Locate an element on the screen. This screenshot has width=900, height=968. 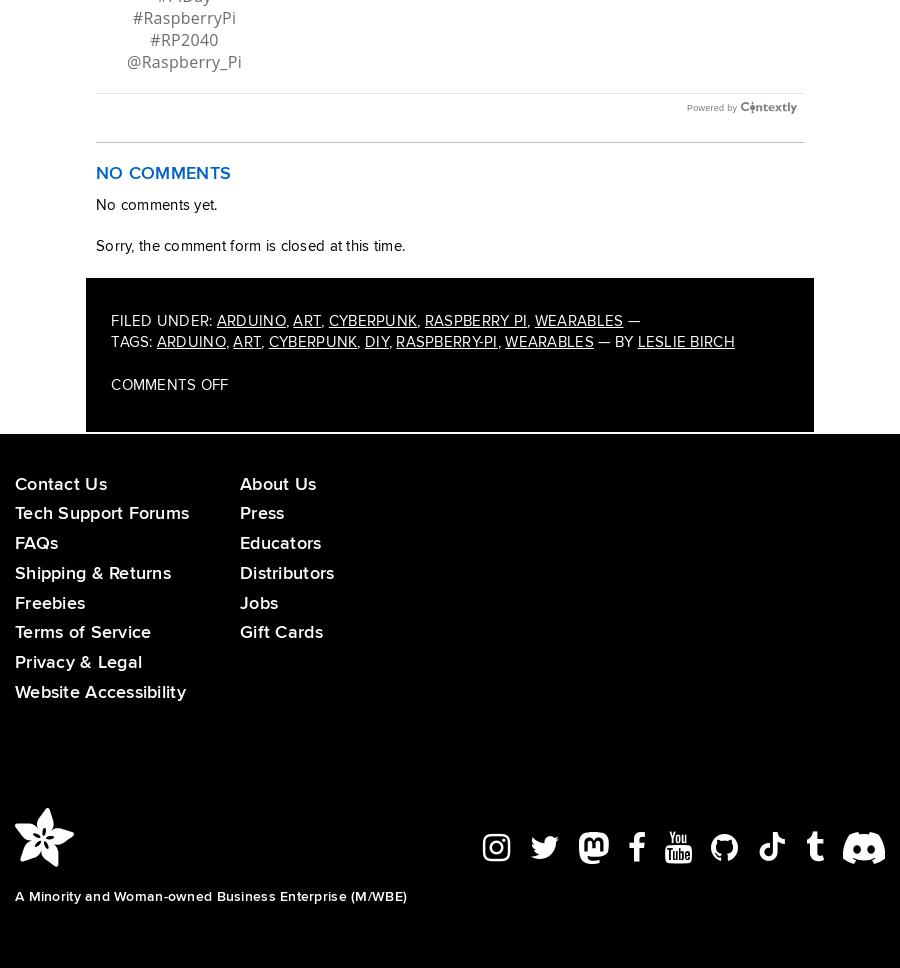
'No comments yet.' is located at coordinates (156, 224).